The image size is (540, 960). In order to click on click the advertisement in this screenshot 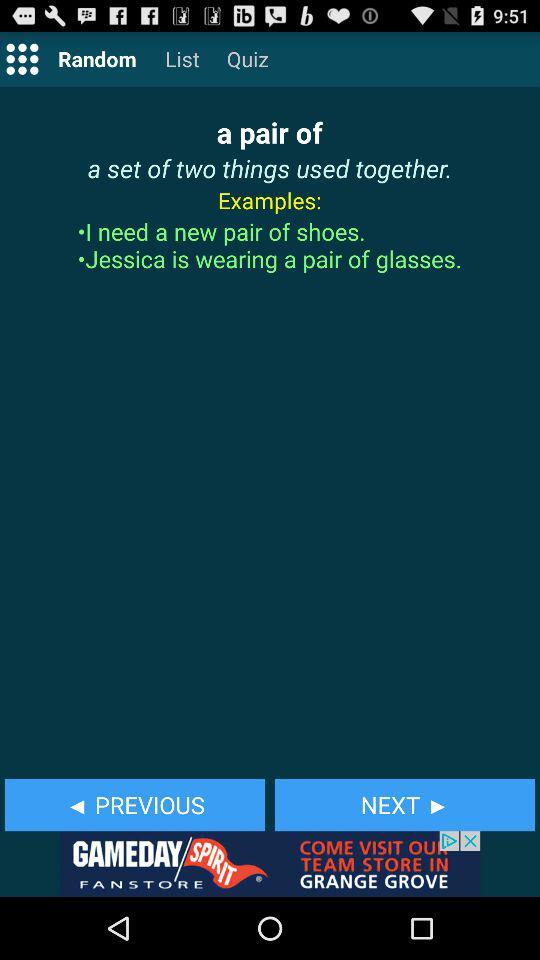, I will do `click(270, 863)`.